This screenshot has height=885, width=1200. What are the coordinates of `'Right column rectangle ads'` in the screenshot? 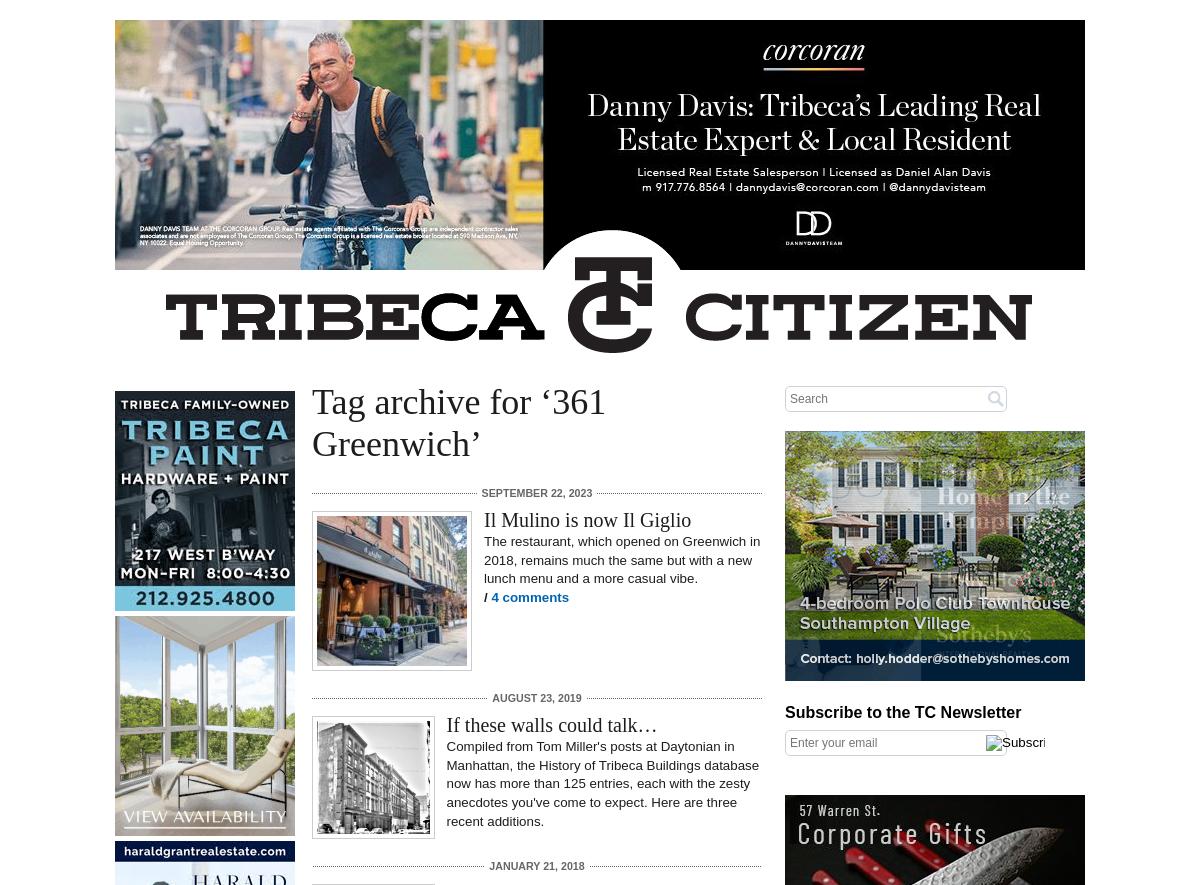 It's located at (801, 787).